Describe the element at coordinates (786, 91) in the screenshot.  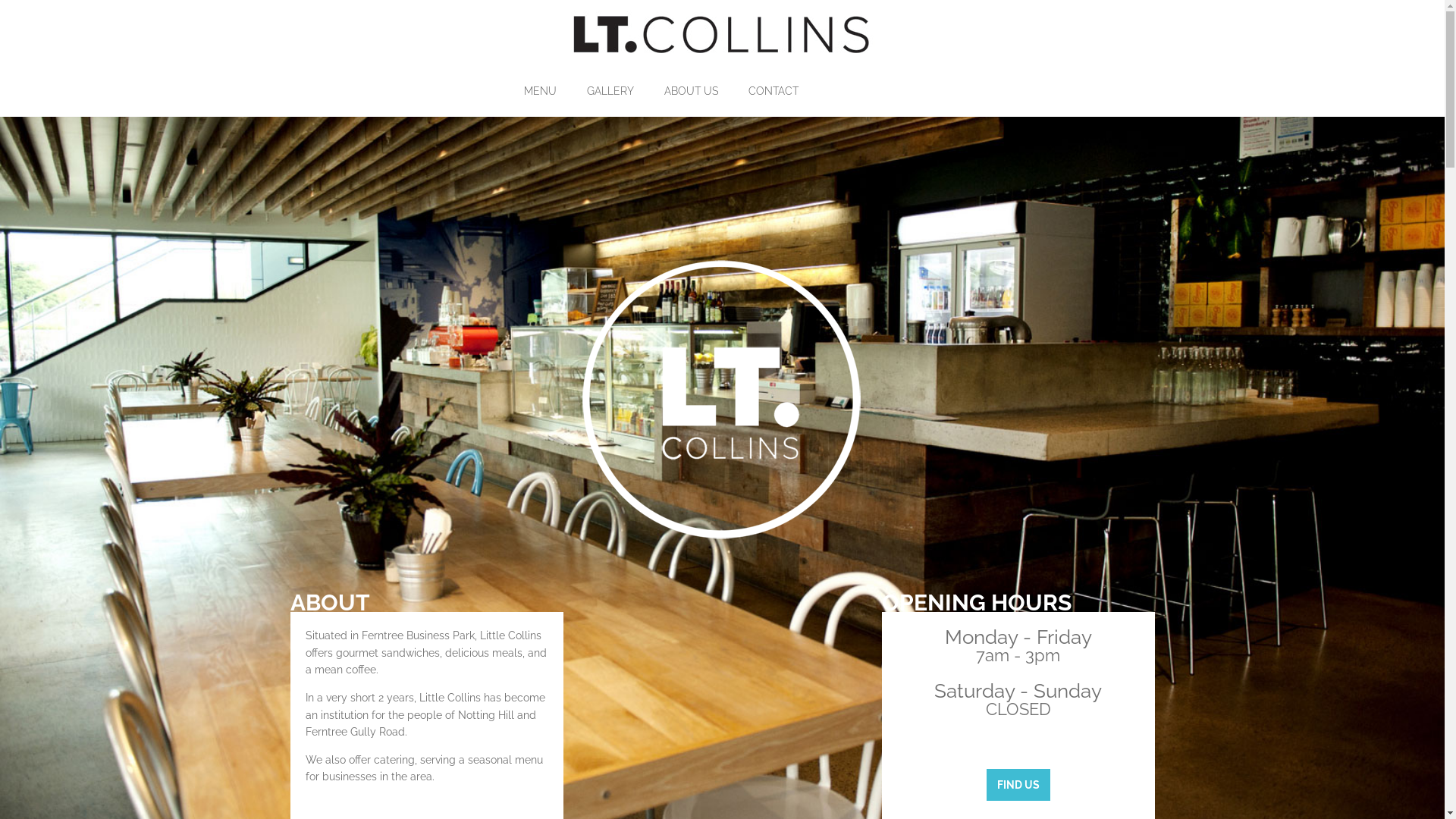
I see `'CONTACT'` at that location.